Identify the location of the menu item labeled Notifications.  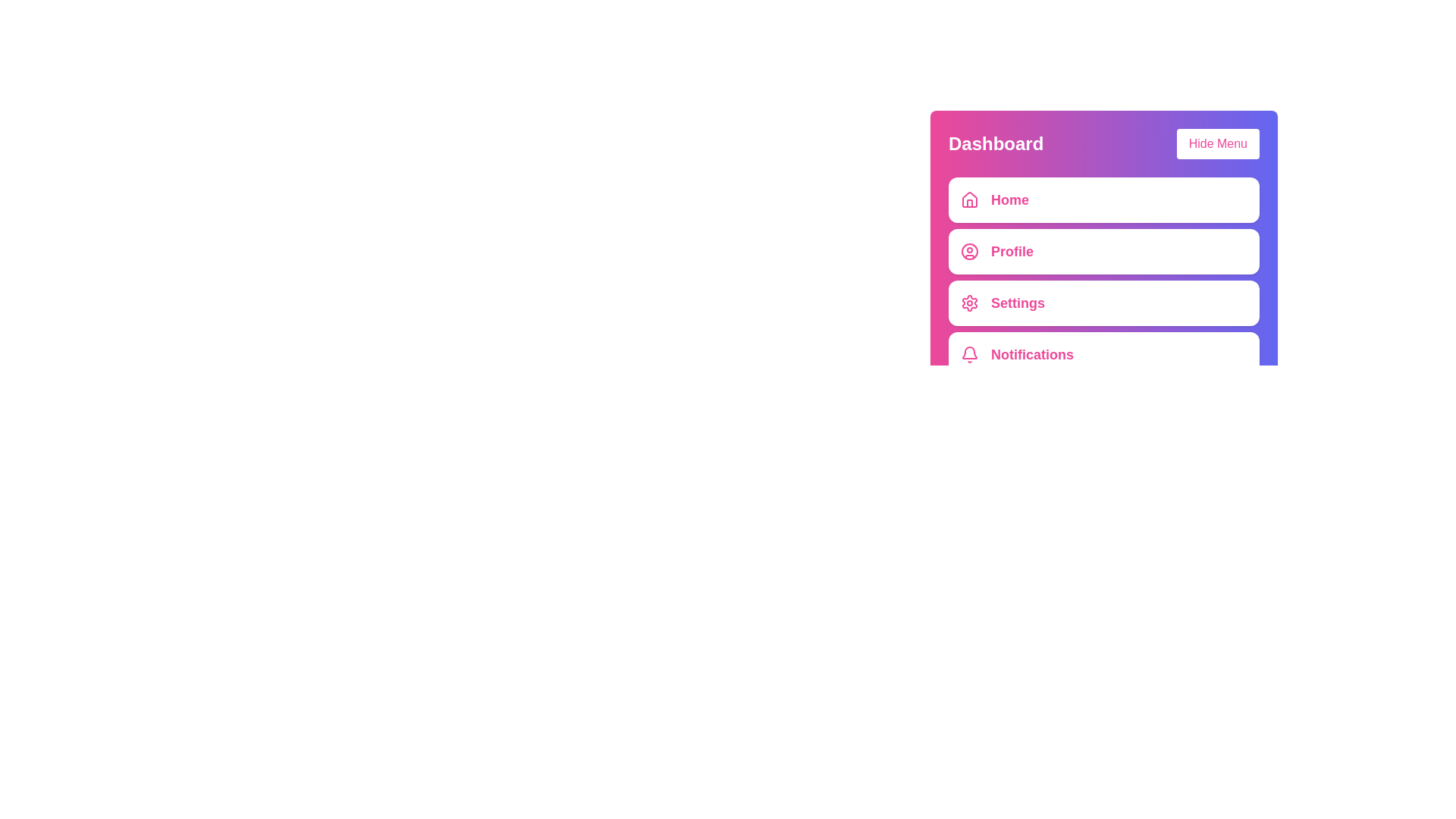
(1103, 354).